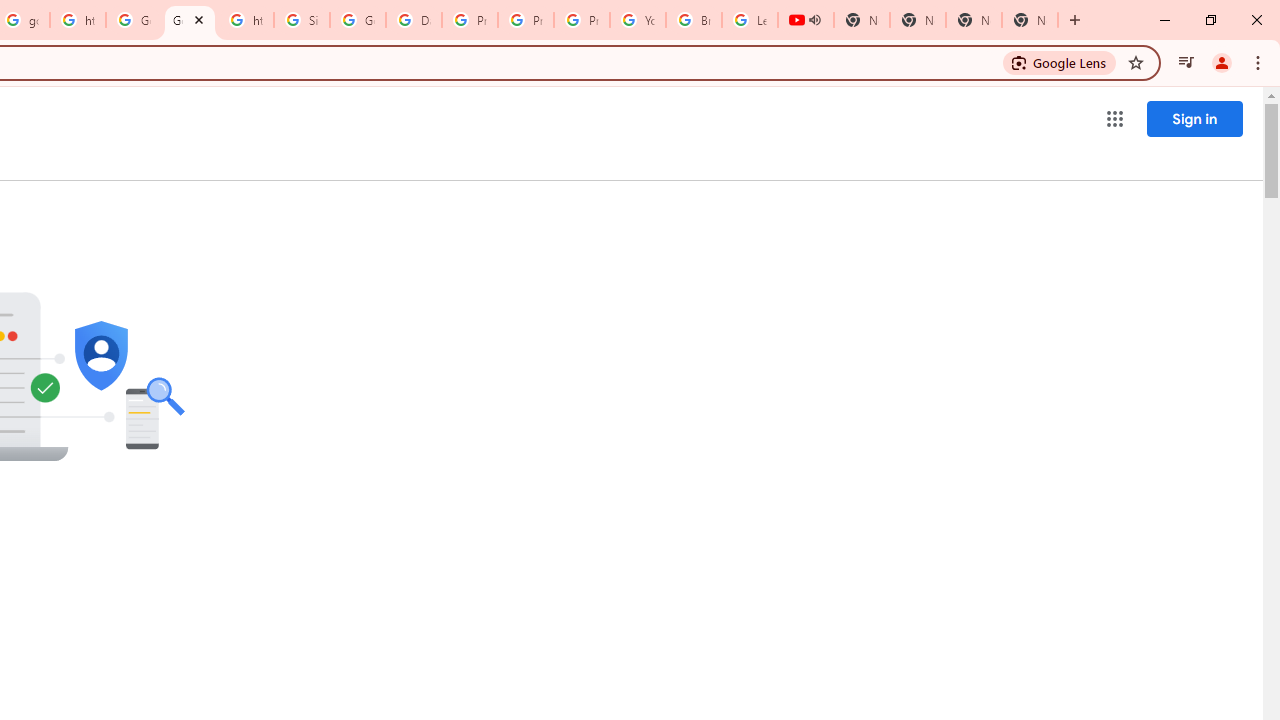 The width and height of the screenshot is (1280, 720). I want to click on 'New Tab', so click(1030, 20).